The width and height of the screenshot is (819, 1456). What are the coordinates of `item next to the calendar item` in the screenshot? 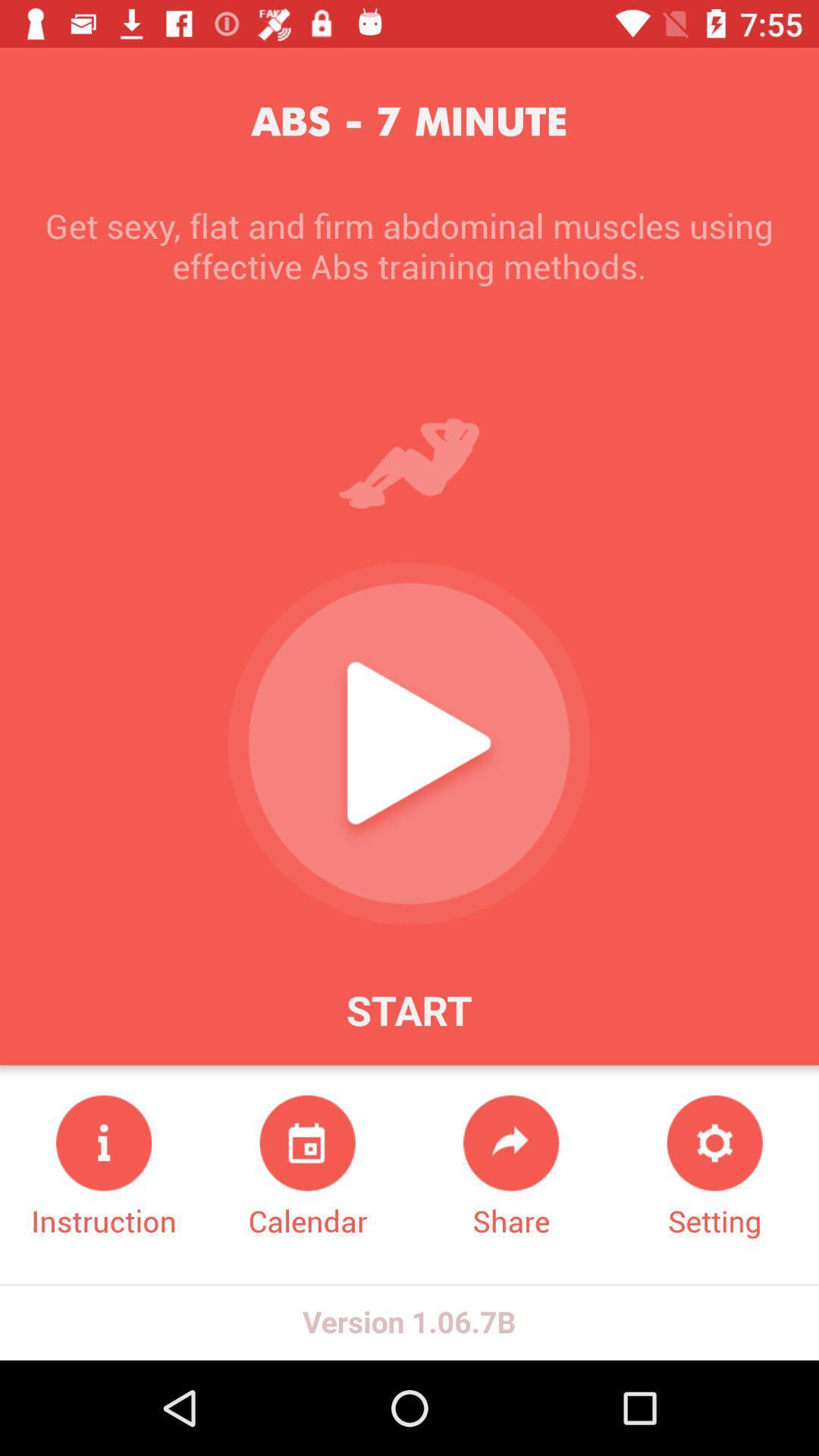 It's located at (511, 1167).